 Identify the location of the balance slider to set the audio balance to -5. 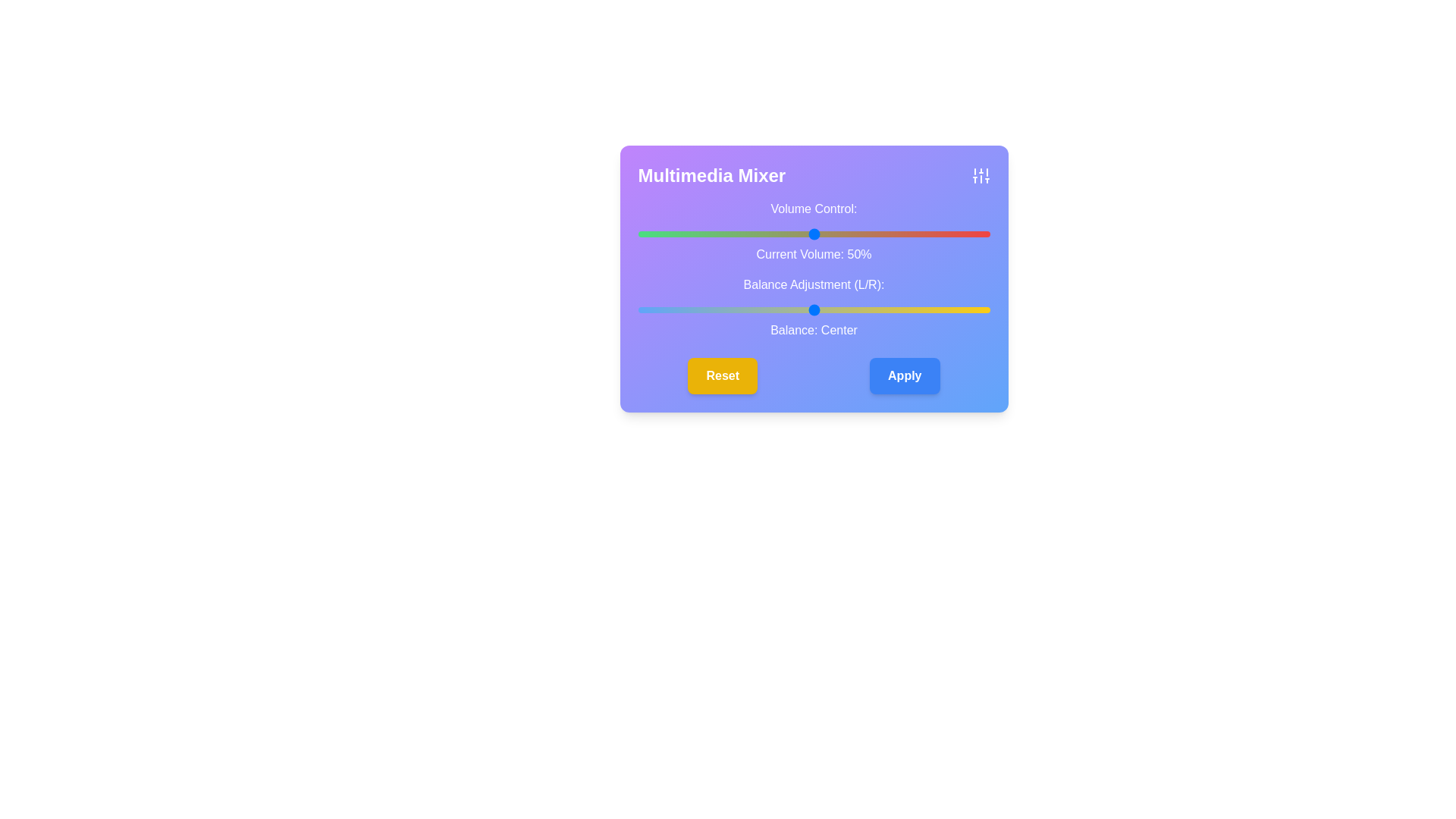
(795, 309).